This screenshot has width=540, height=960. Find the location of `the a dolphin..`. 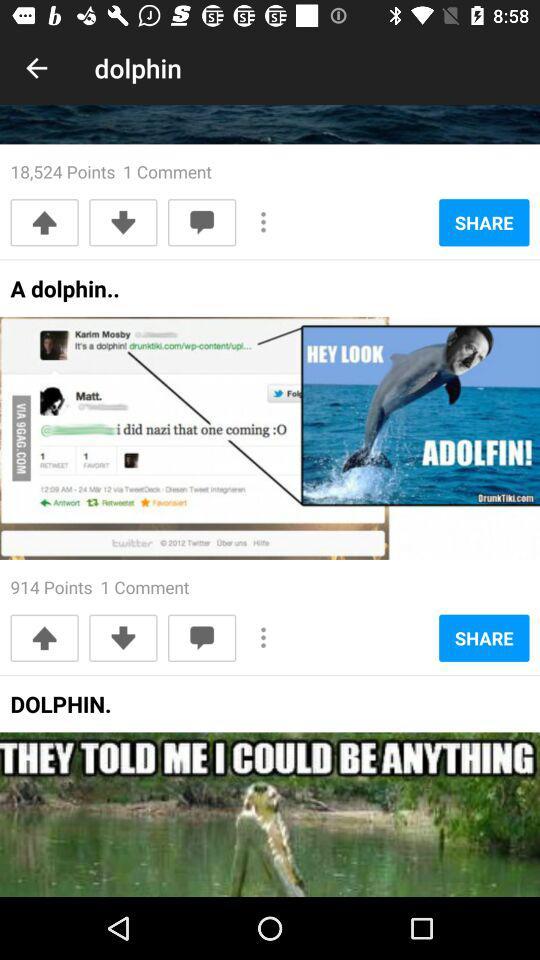

the a dolphin.. is located at coordinates (65, 294).